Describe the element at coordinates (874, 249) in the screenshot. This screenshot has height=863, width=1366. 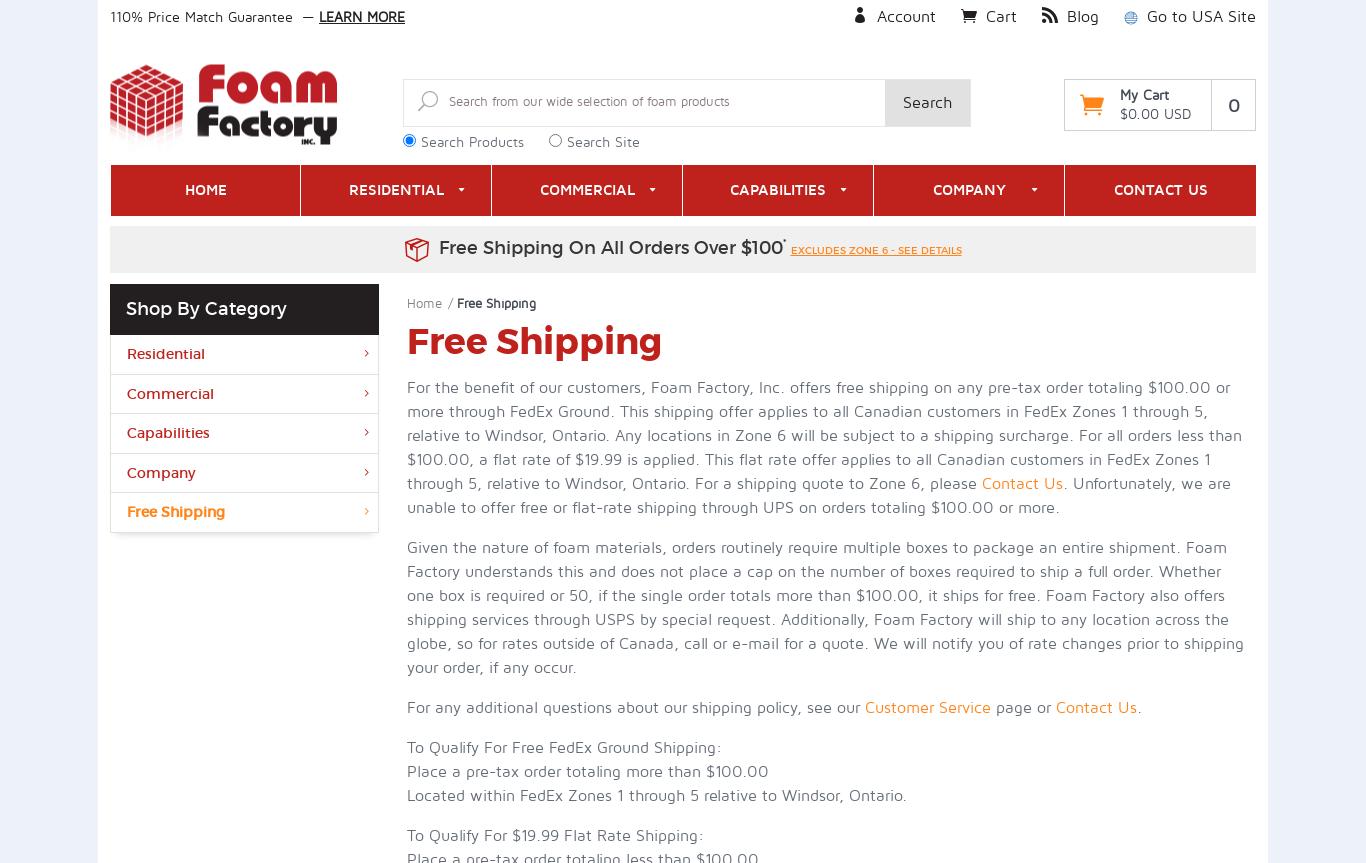
I see `'excludes zone 6 - see details'` at that location.